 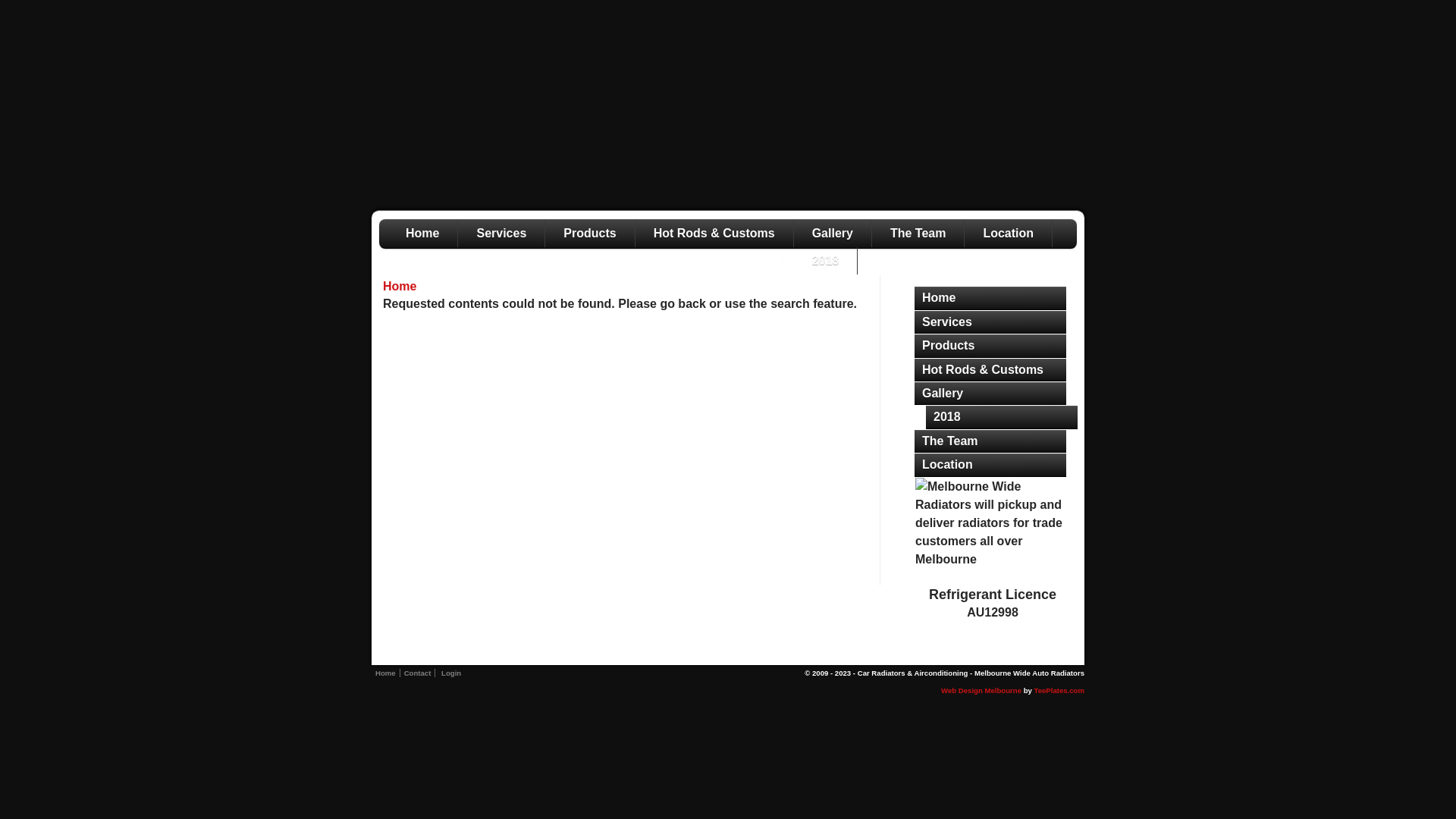 What do you see at coordinates (913, 298) in the screenshot?
I see `'Home'` at bounding box center [913, 298].